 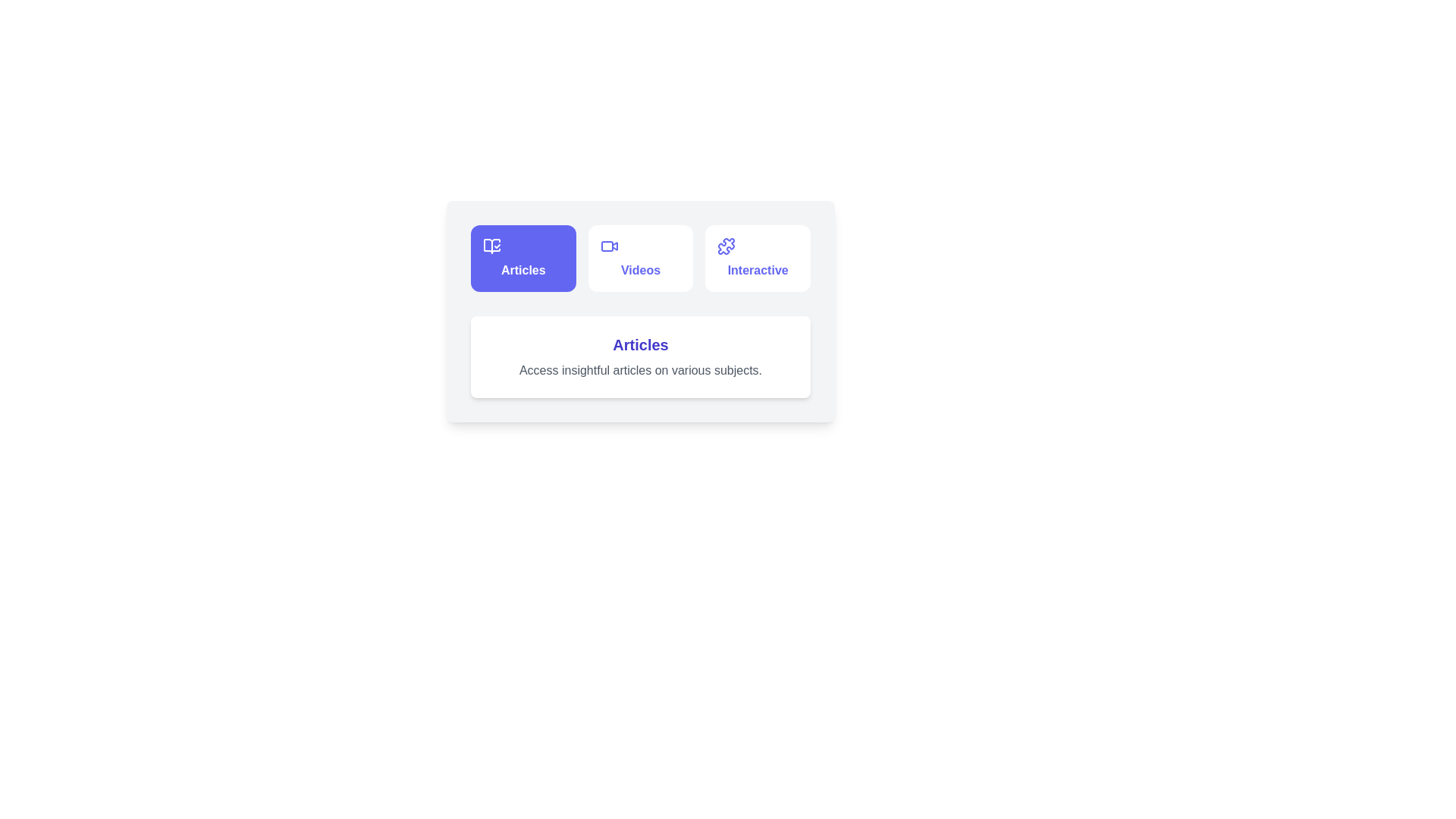 What do you see at coordinates (758, 257) in the screenshot?
I see `the tab button labeled 'Interactive' to observe the hover effect` at bounding box center [758, 257].